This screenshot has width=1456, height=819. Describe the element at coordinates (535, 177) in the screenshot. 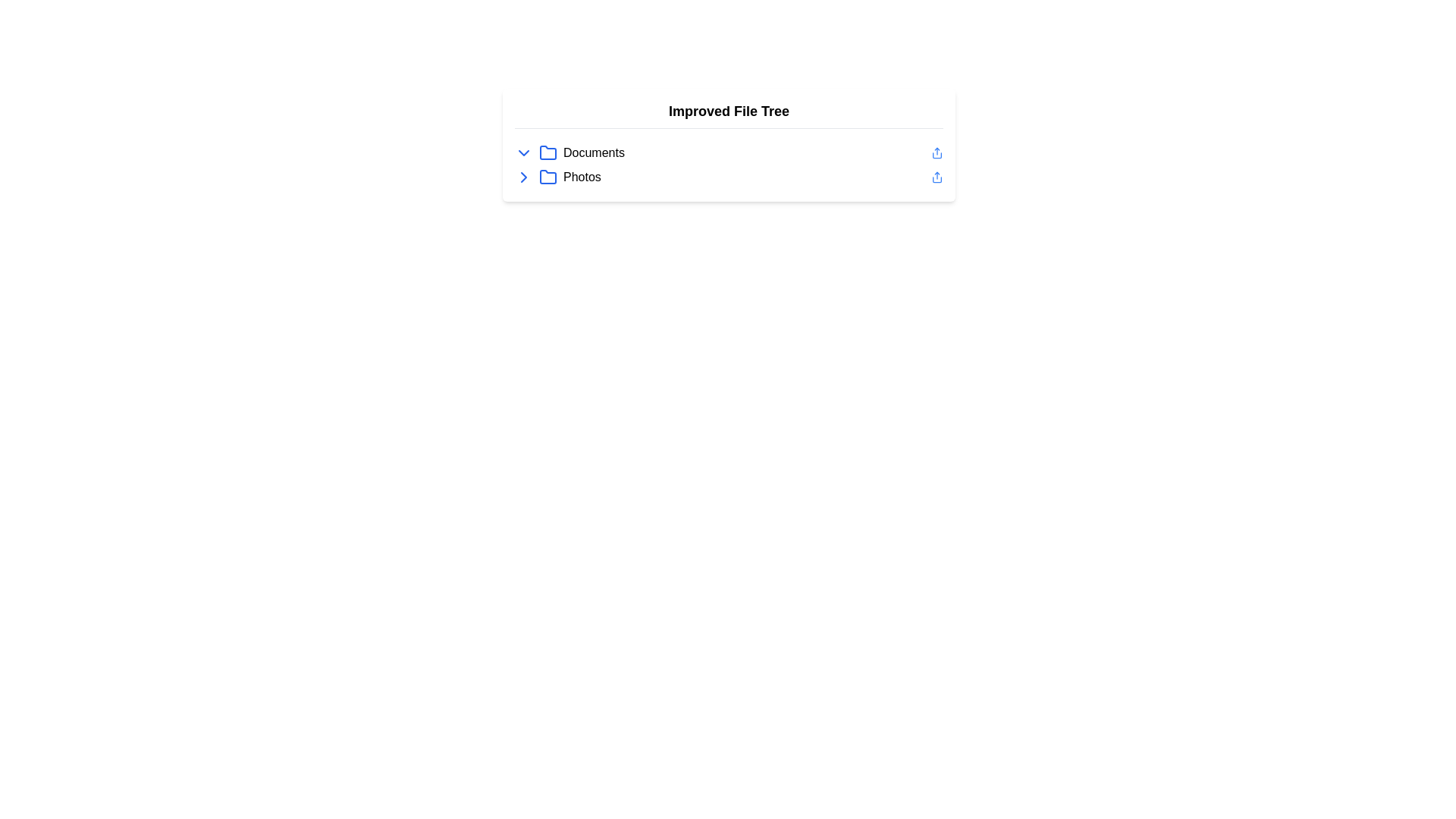

I see `the chevron icon next to the 'Photos' folder in the navigation file tree` at that location.